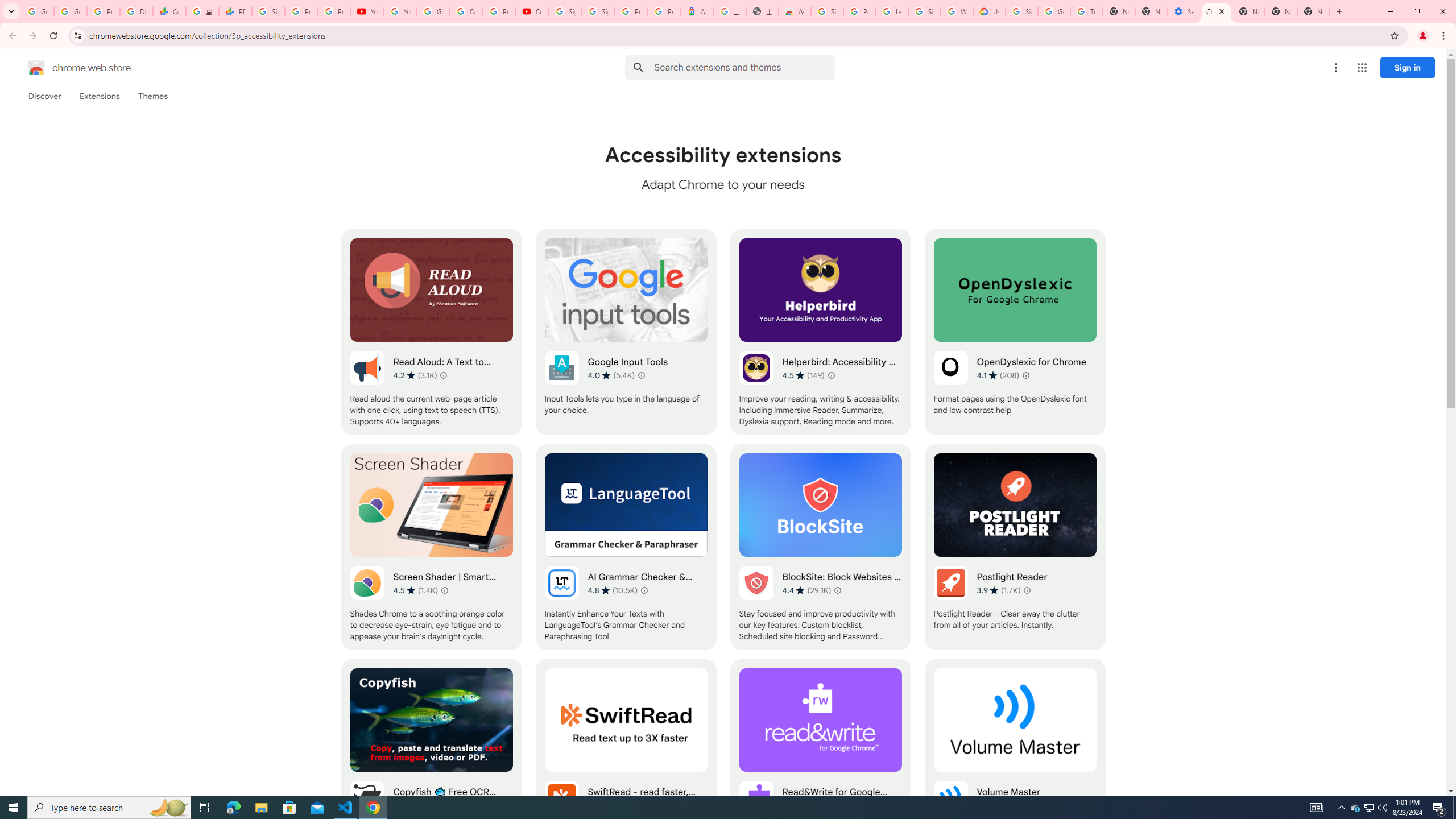  Describe the element at coordinates (415, 590) in the screenshot. I see `'Average rating 4.5 out of 5 stars. 1.4K ratings.'` at that location.